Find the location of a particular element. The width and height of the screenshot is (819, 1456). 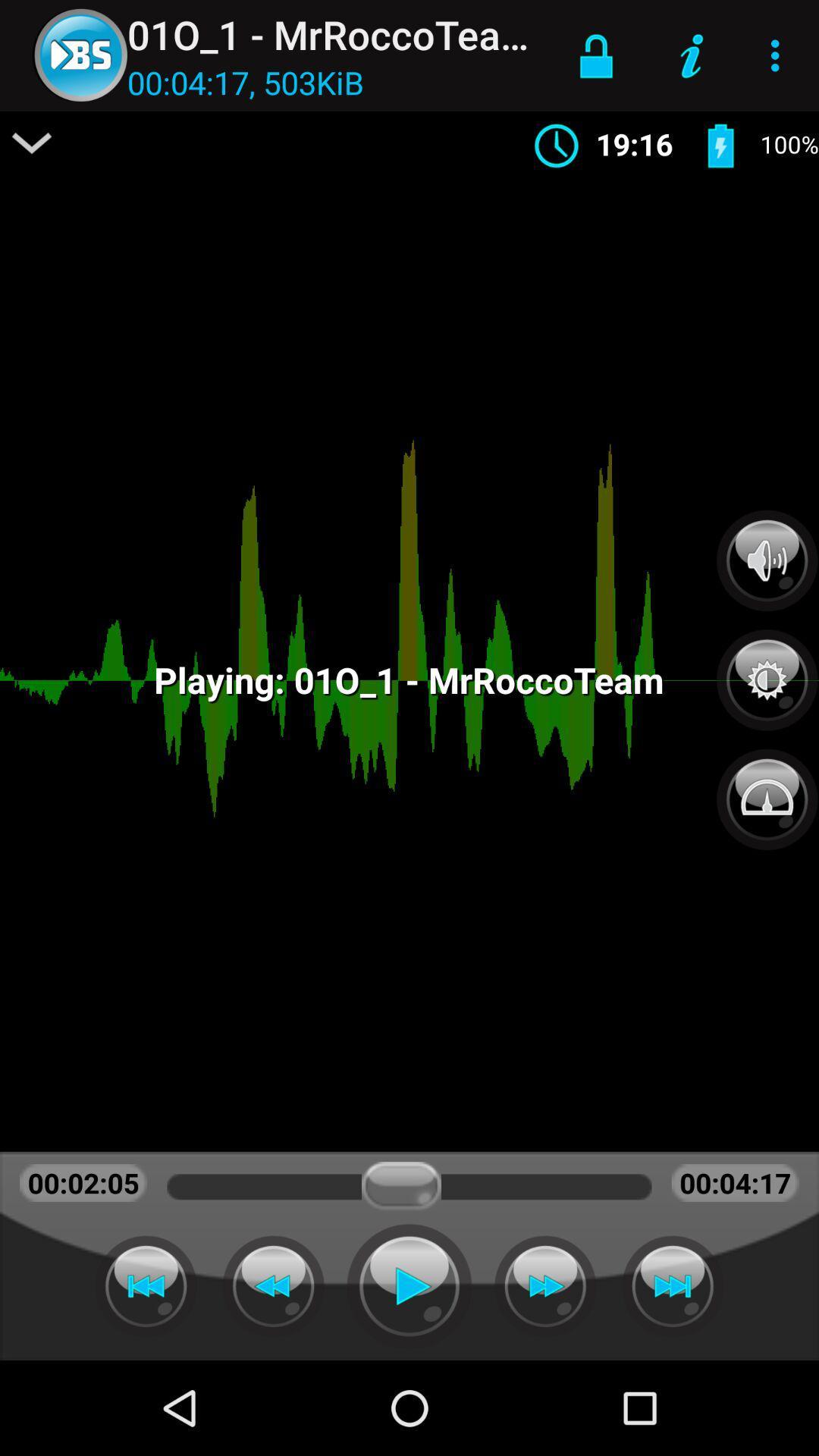

this app is able to play any video and have multiple options like play or share is located at coordinates (409, 1285).